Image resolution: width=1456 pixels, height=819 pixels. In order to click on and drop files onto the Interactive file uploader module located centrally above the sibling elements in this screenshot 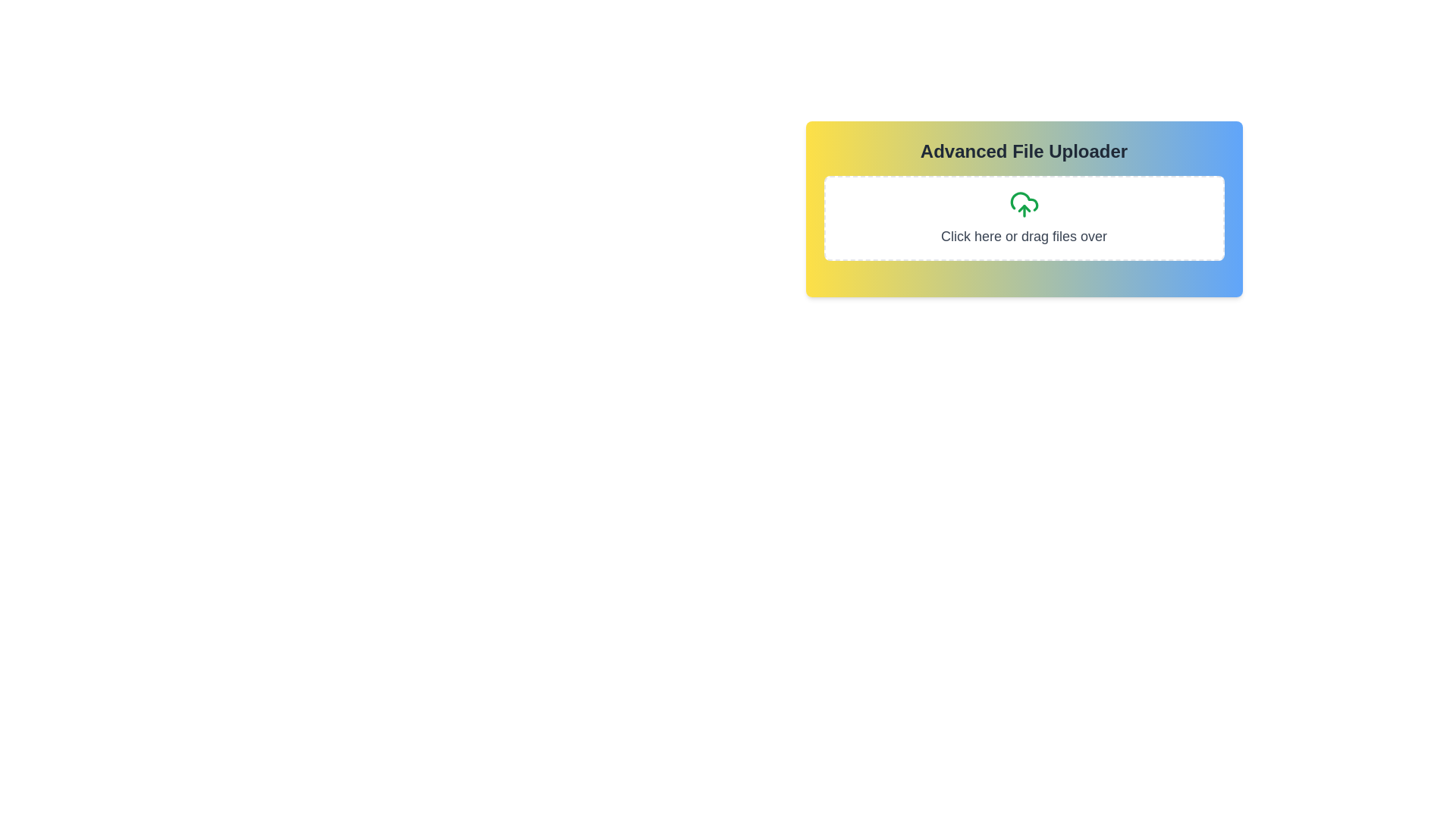, I will do `click(1024, 209)`.